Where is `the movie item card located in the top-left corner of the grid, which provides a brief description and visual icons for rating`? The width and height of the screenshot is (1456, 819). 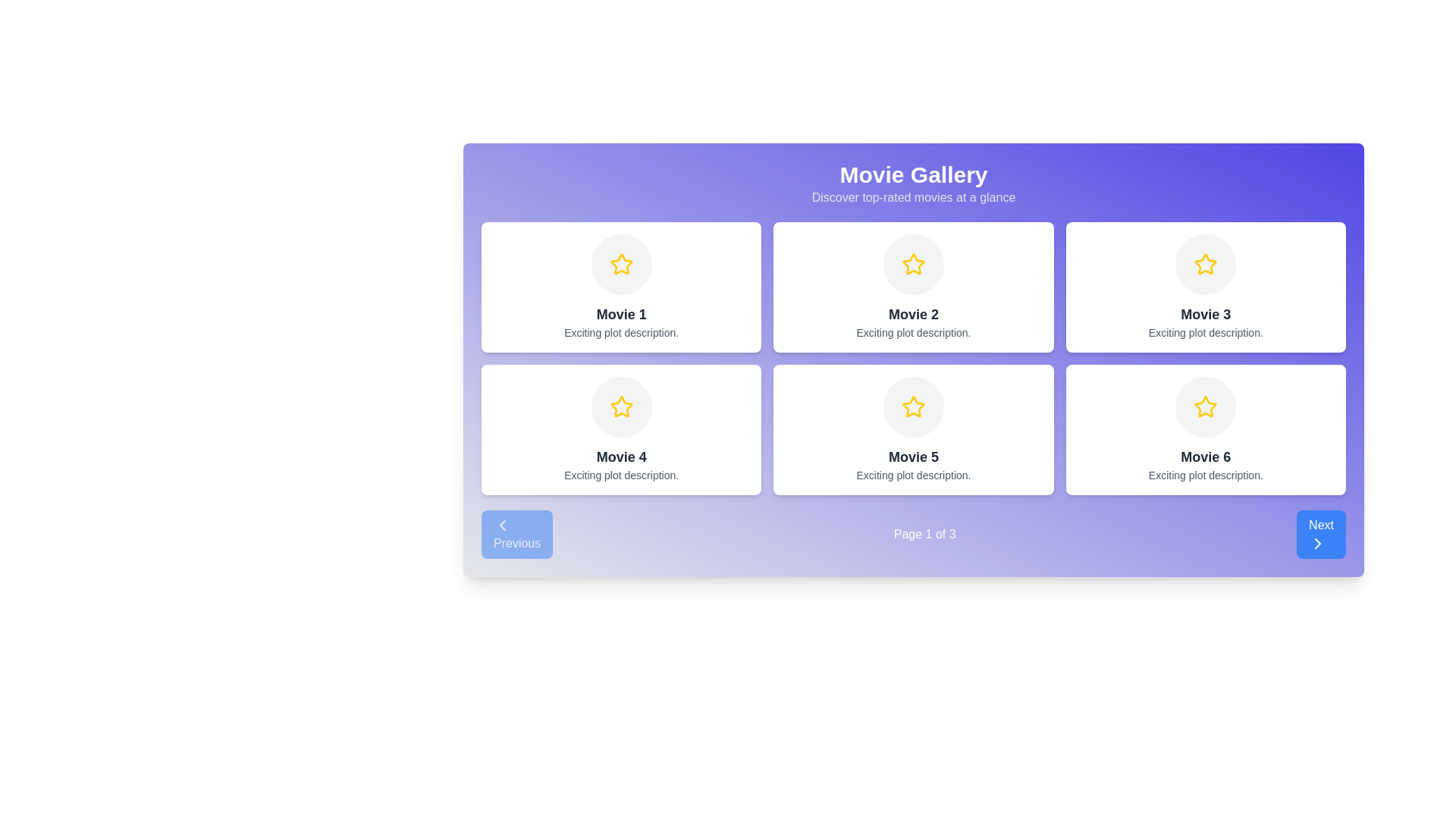
the movie item card located in the top-left corner of the grid, which provides a brief description and visual icons for rating is located at coordinates (621, 287).